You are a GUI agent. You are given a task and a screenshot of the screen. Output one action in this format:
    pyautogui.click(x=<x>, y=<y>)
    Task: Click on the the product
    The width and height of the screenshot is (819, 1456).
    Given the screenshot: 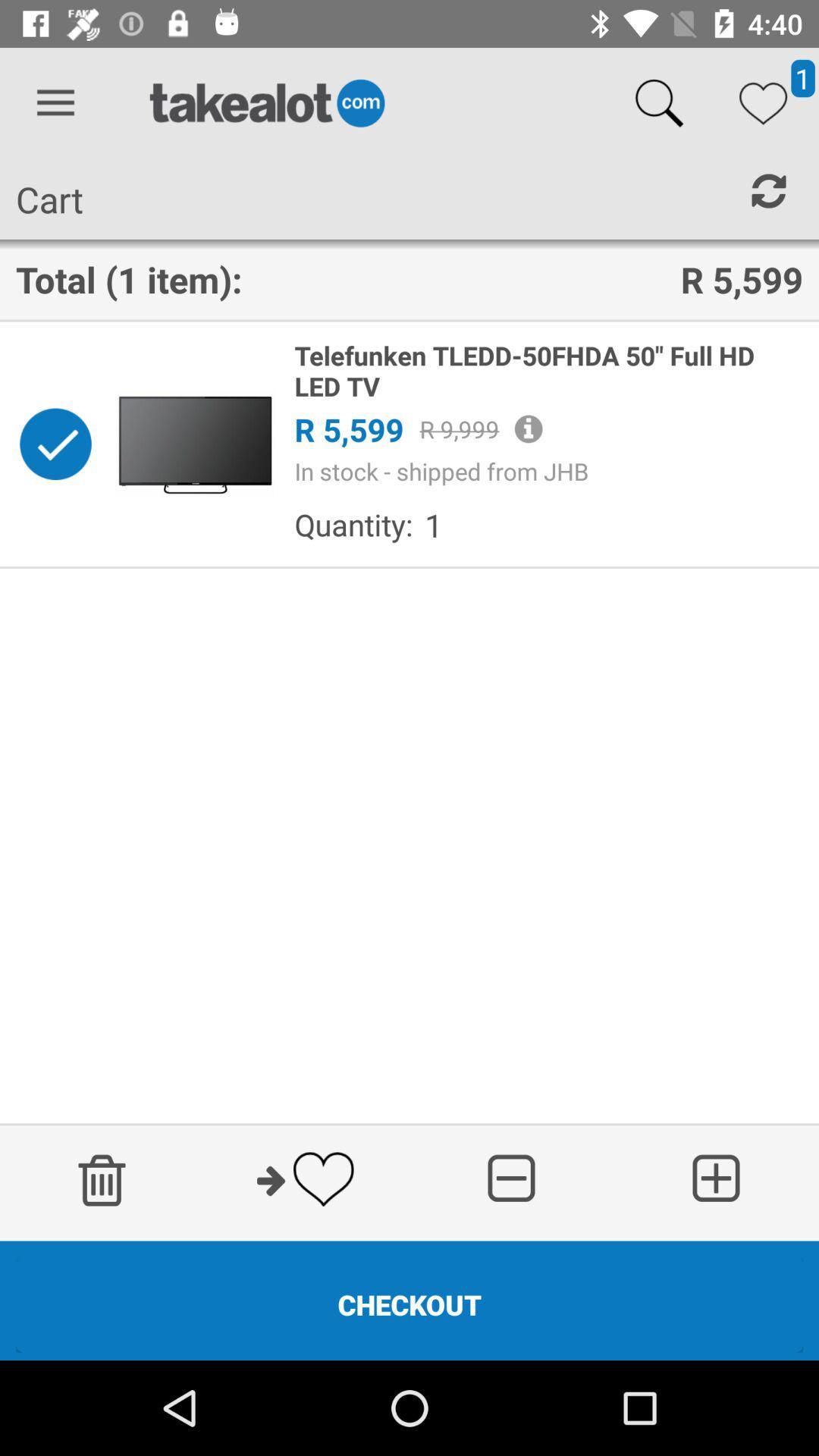 What is the action you would take?
    pyautogui.click(x=55, y=443)
    